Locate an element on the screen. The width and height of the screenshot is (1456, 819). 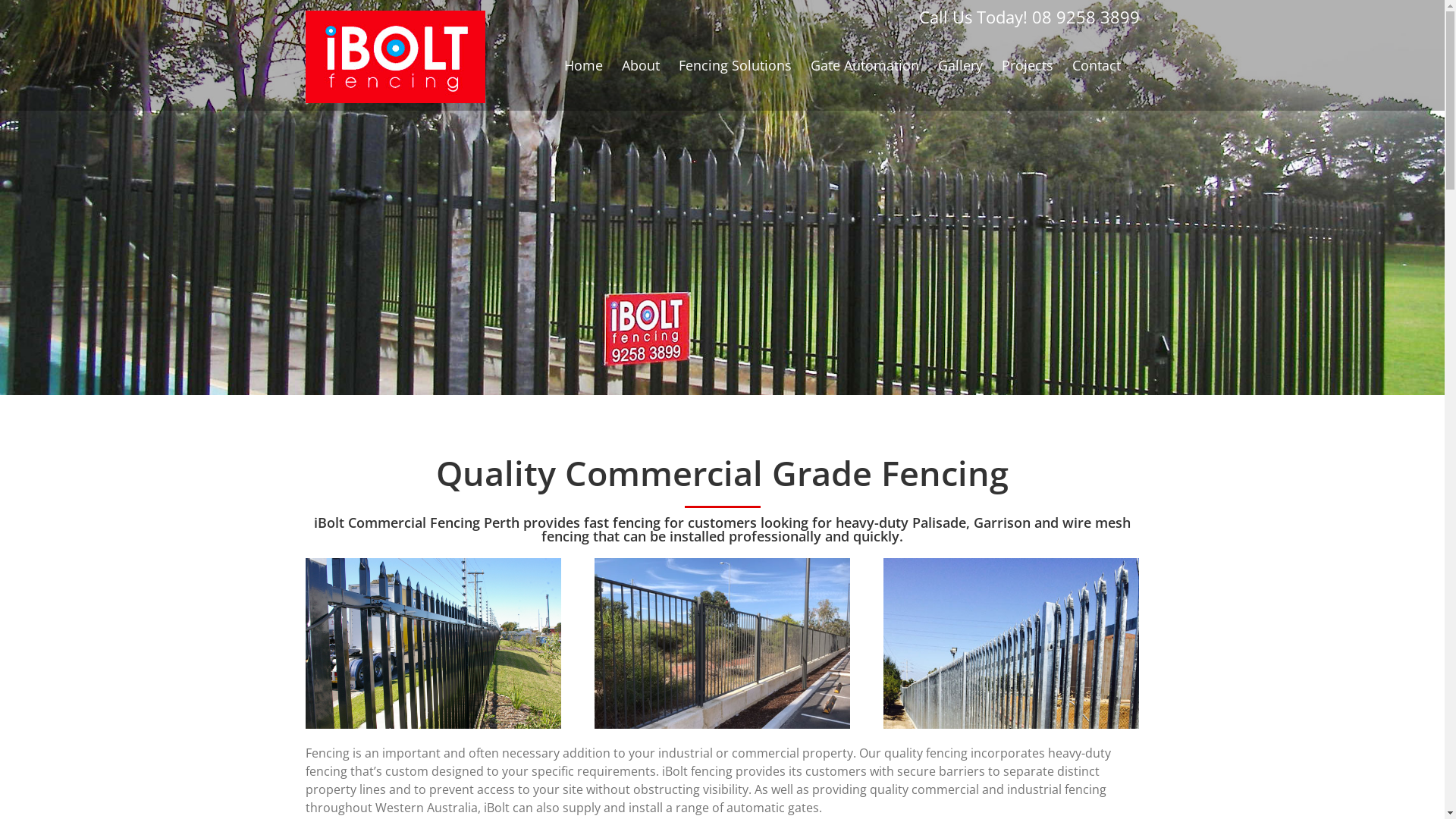
'Fencing Solutions' is located at coordinates (676, 64).